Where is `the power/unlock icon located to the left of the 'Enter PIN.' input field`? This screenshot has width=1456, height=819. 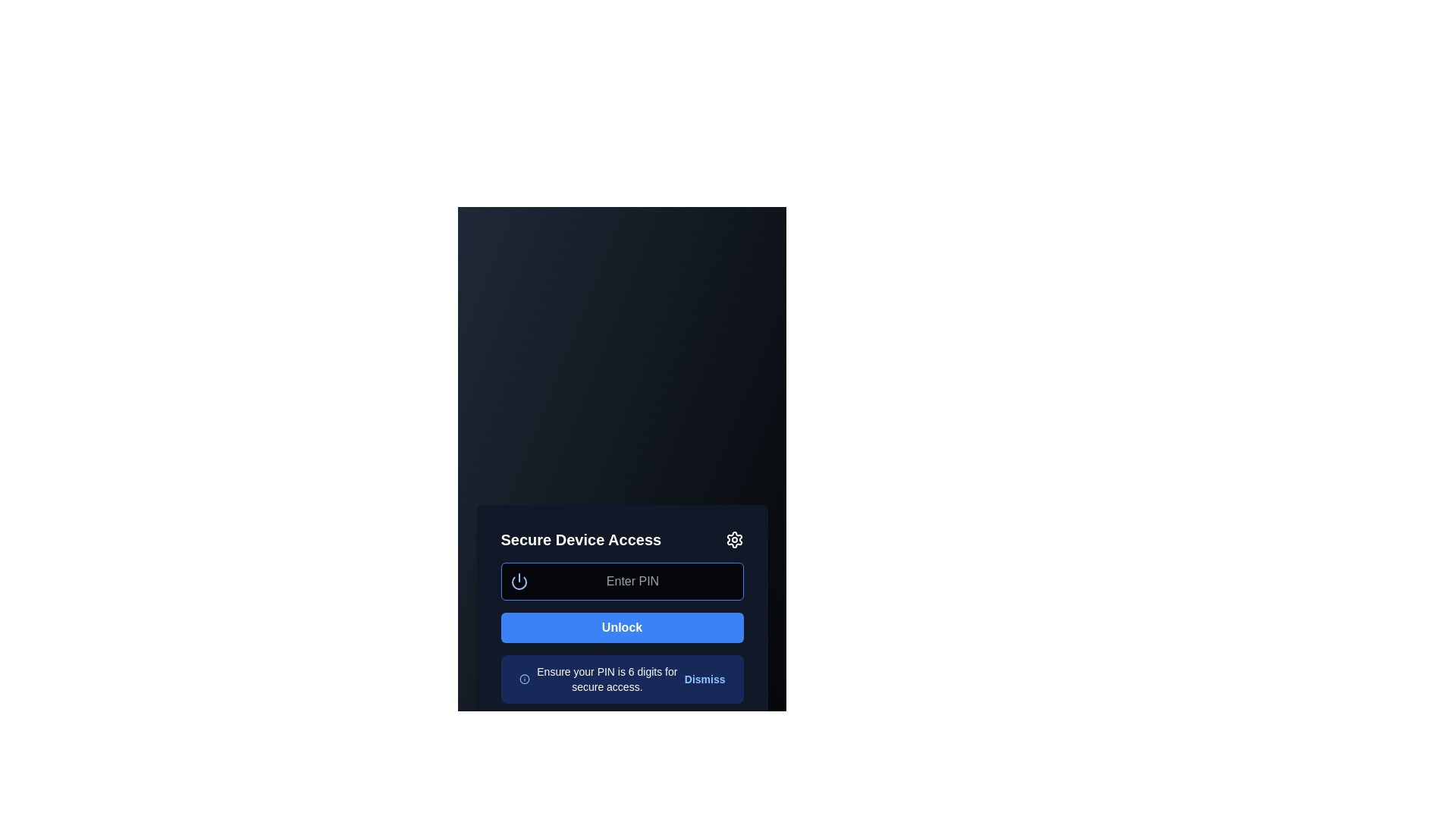
the power/unlock icon located to the left of the 'Enter PIN.' input field is located at coordinates (519, 581).